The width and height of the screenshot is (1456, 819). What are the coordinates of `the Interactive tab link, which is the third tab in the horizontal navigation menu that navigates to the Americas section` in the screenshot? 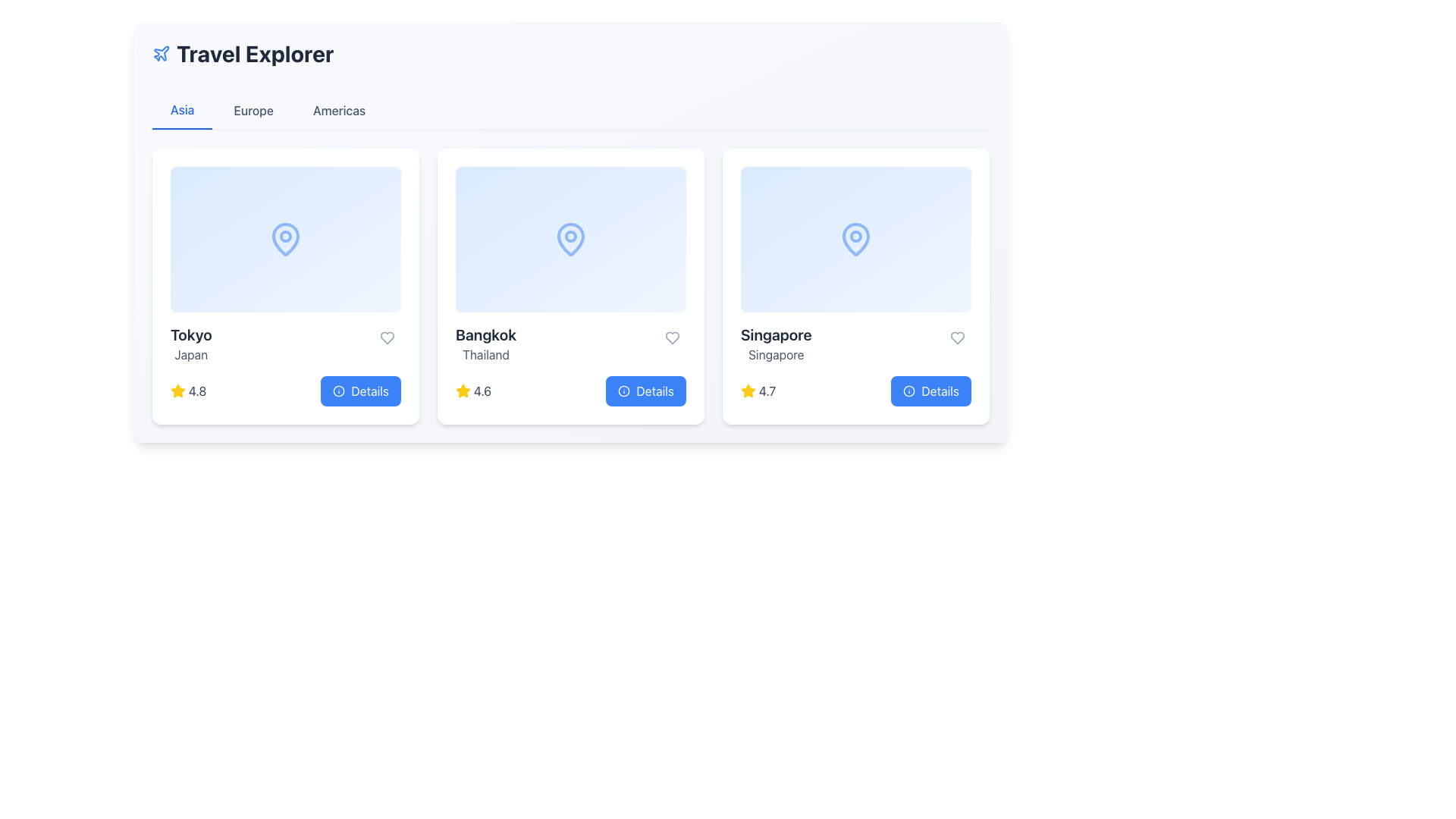 It's located at (338, 110).